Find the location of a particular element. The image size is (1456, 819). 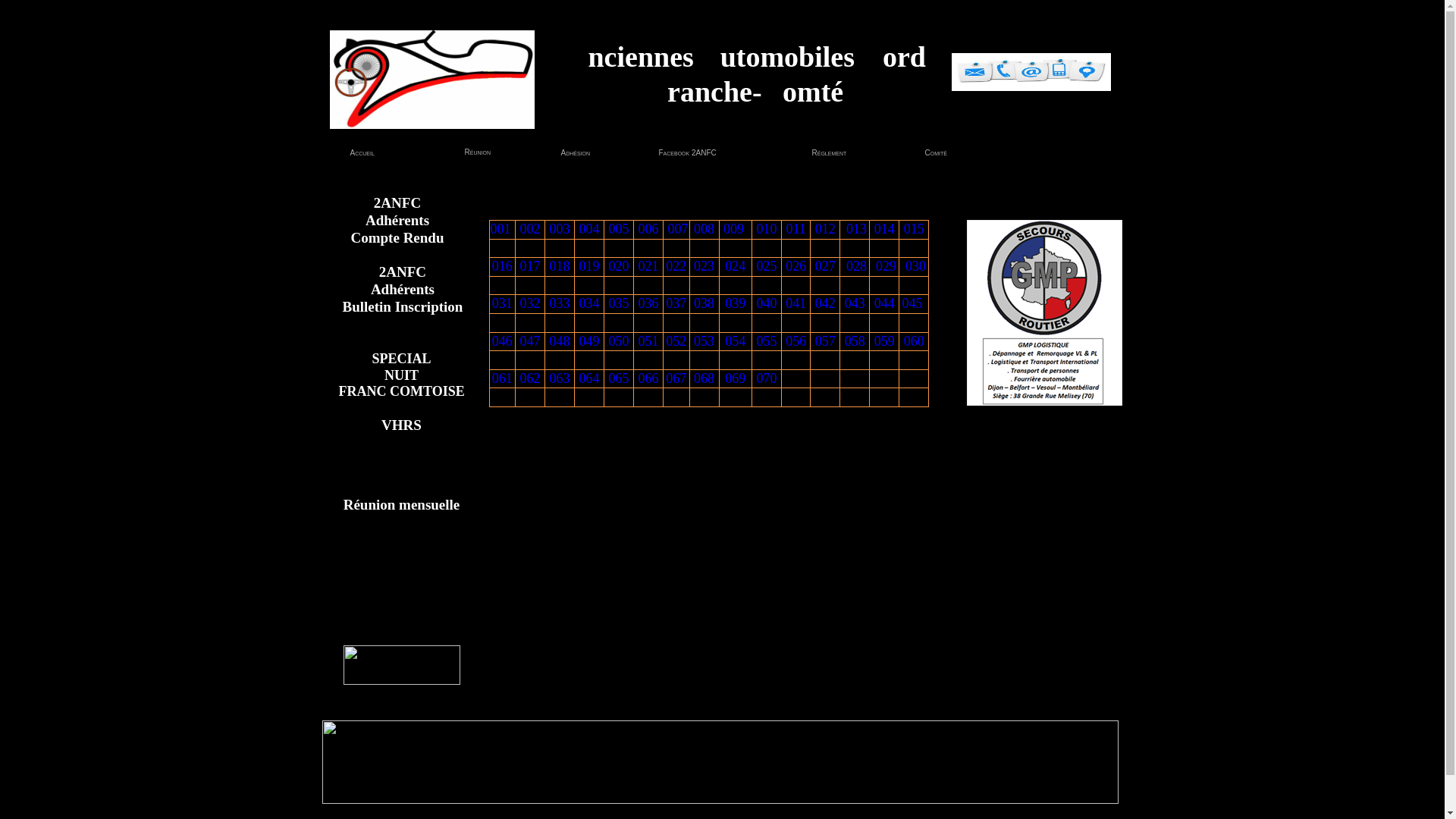

'063' is located at coordinates (558, 377).